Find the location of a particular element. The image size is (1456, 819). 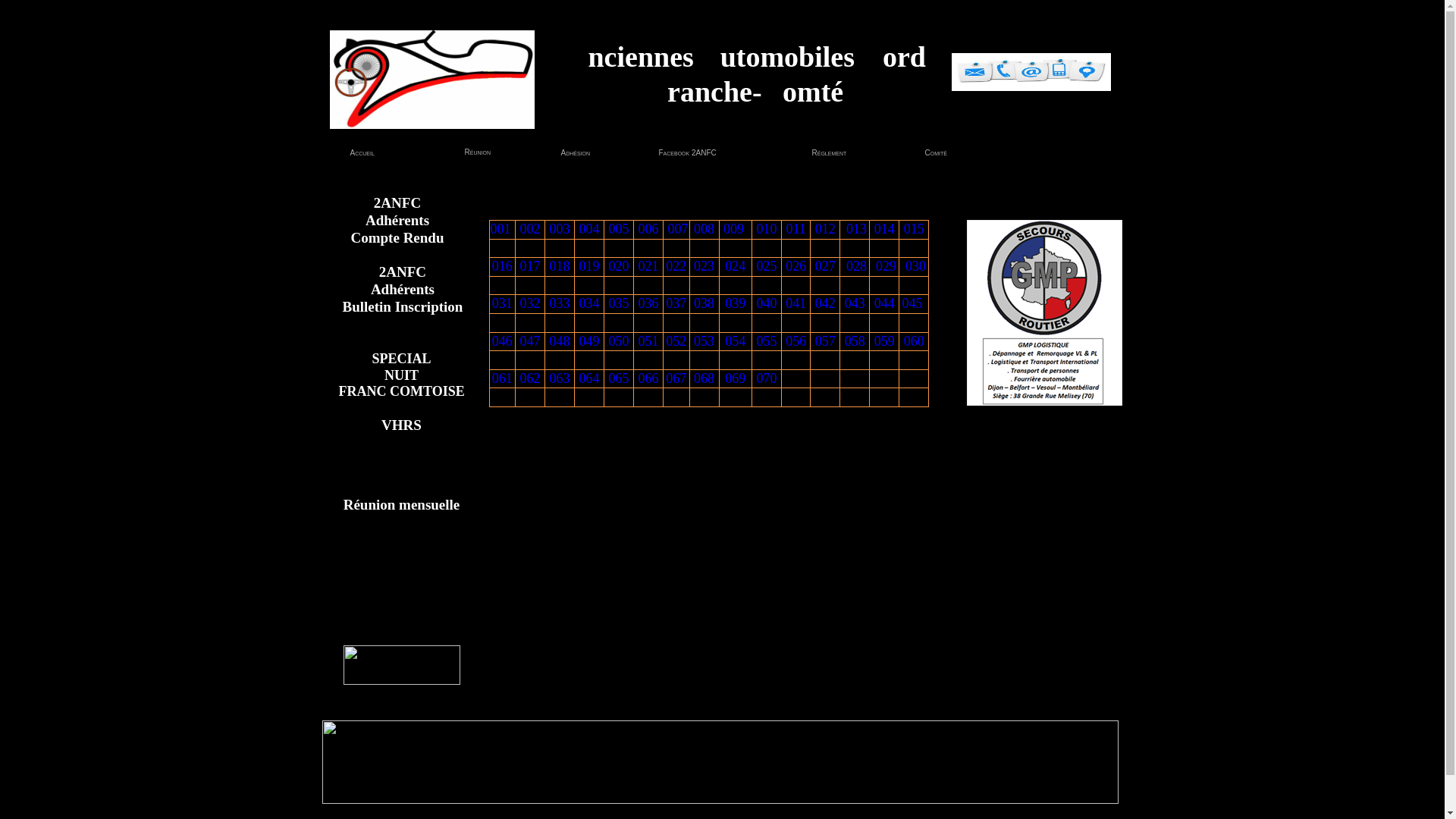

'063' is located at coordinates (558, 377).